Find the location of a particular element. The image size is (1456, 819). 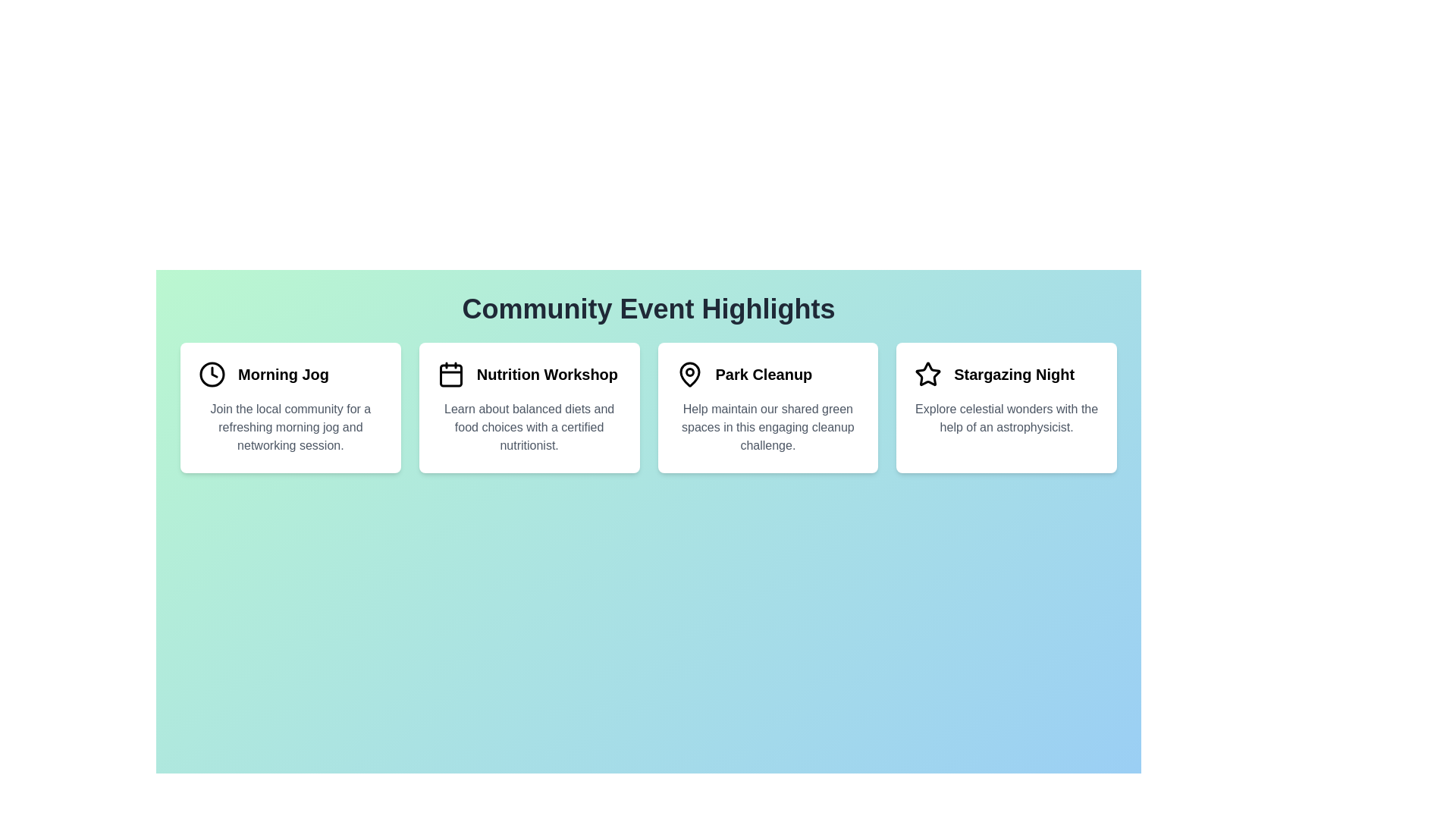

the label that describes the 'Nutrition Workshop' event located at the top of the second card under the 'Community Event Highlights' header is located at coordinates (529, 374).